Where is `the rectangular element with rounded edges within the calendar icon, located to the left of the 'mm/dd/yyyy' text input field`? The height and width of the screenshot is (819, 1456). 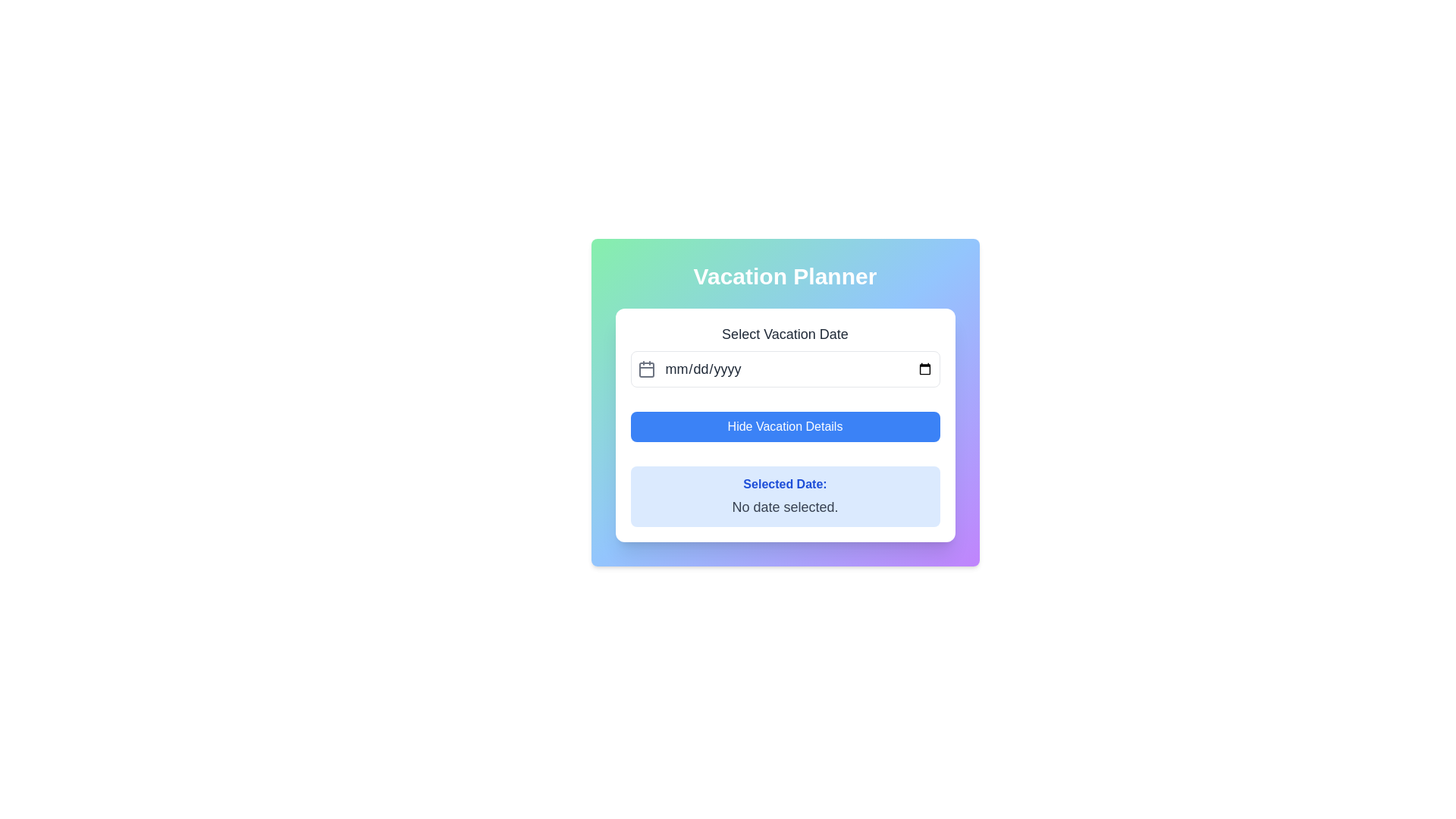
the rectangular element with rounded edges within the calendar icon, located to the left of the 'mm/dd/yyyy' text input field is located at coordinates (646, 370).